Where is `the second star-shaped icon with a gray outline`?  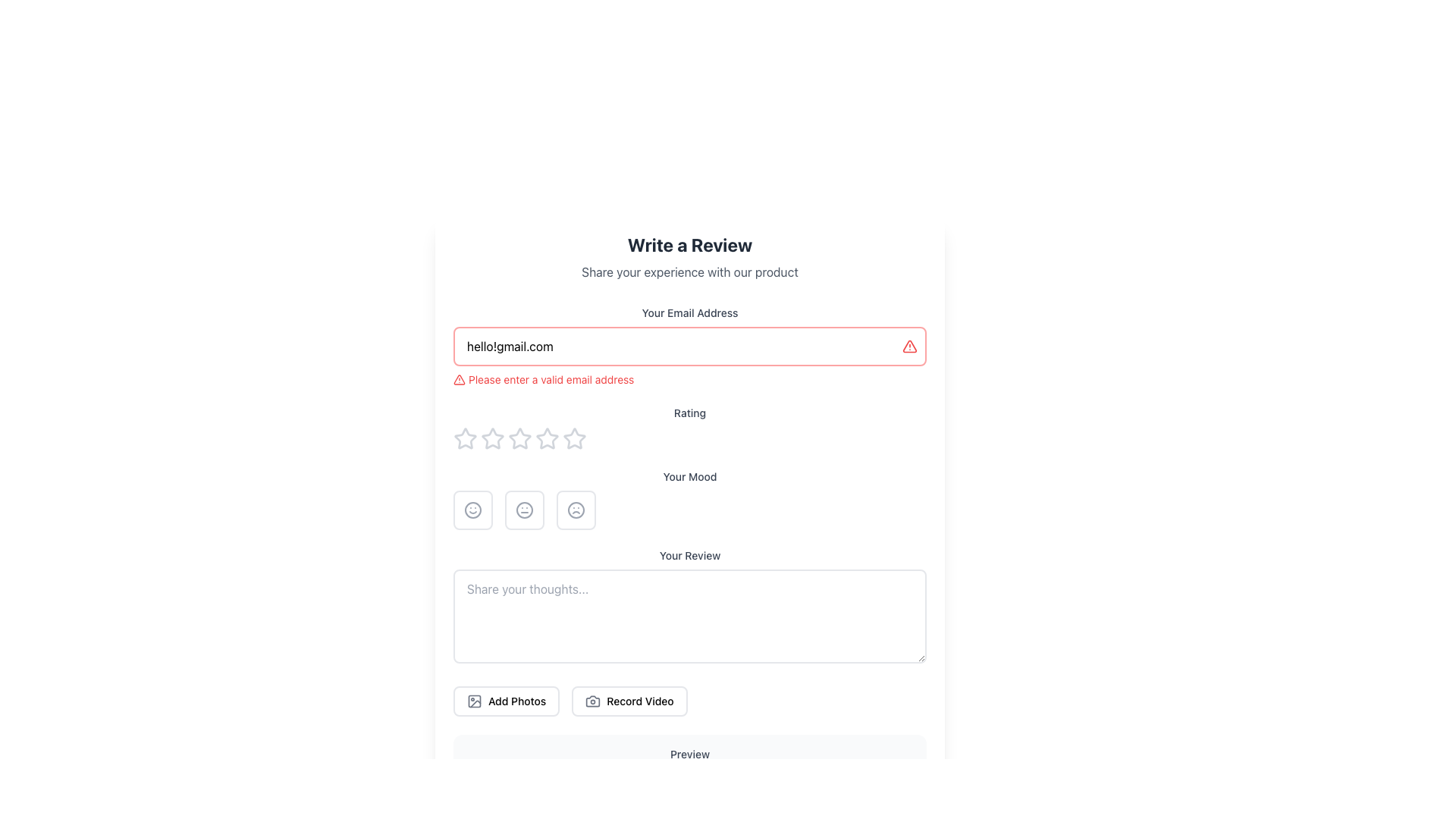 the second star-shaped icon with a gray outline is located at coordinates (492, 438).